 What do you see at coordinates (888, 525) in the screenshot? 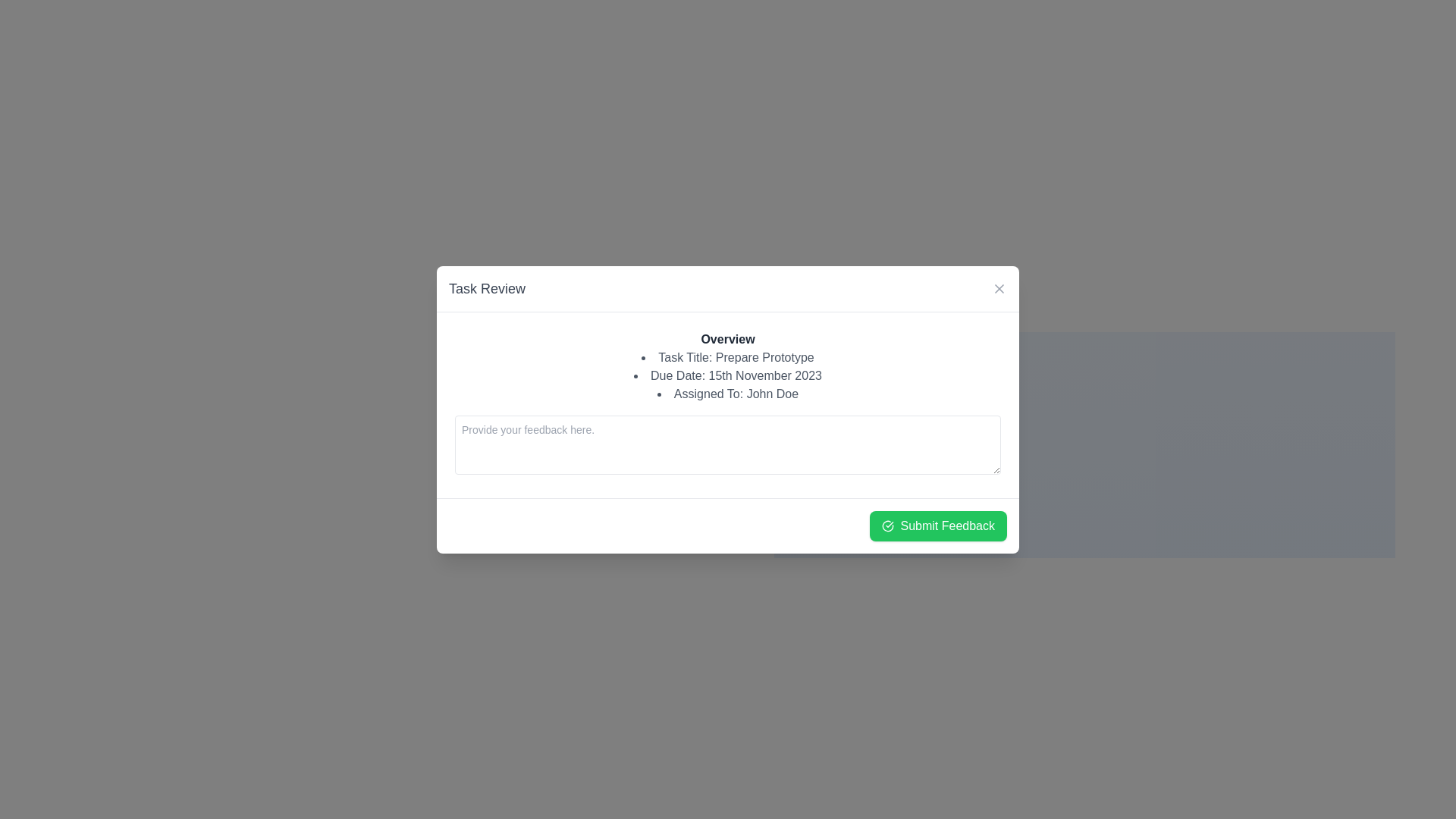
I see `the visual confirmation icon located on the leftmost side of the 'Submit Feedback' button` at bounding box center [888, 525].